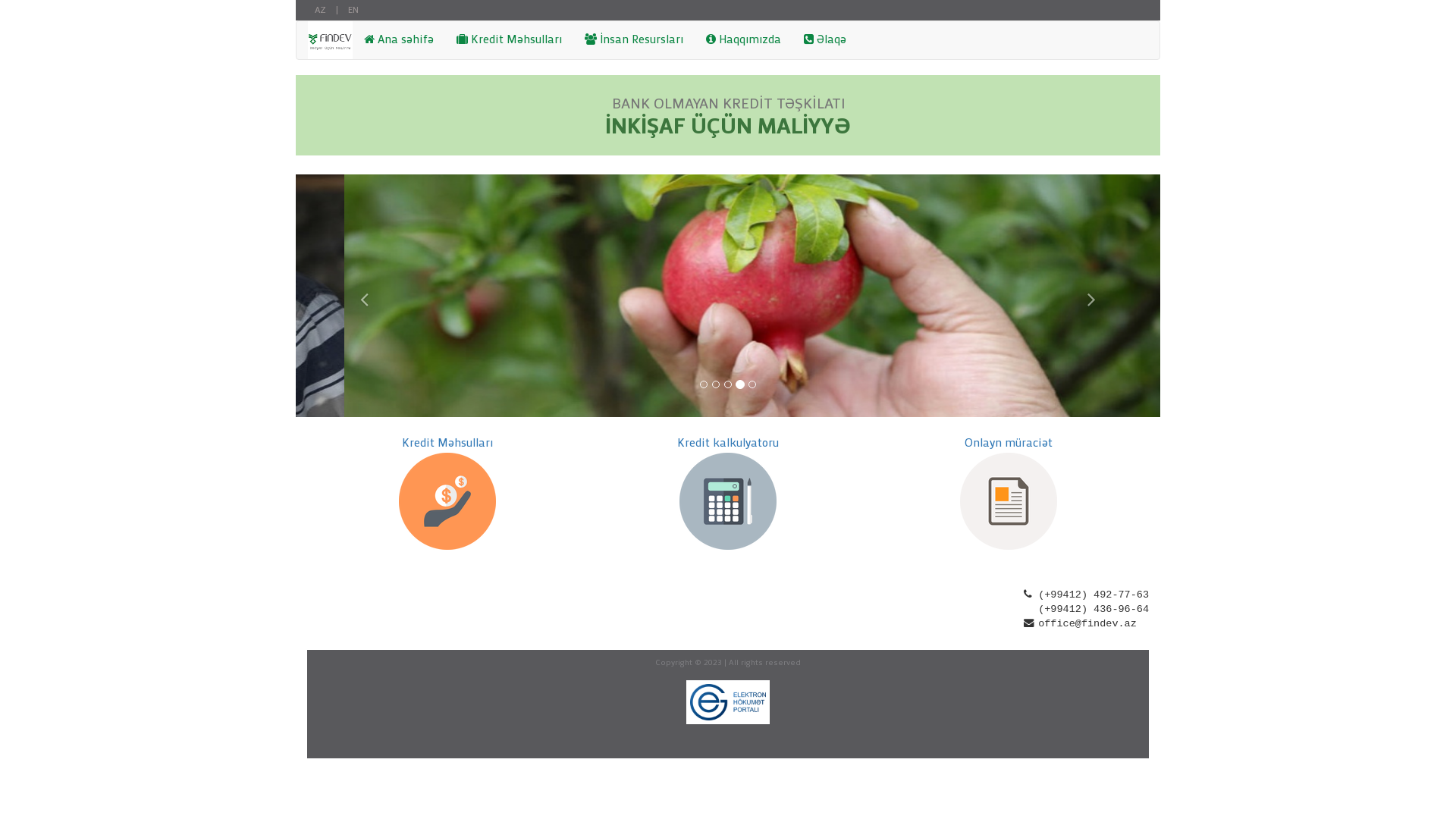  What do you see at coordinates (676, 444) in the screenshot?
I see `'Kredit kalkulyatoru'` at bounding box center [676, 444].